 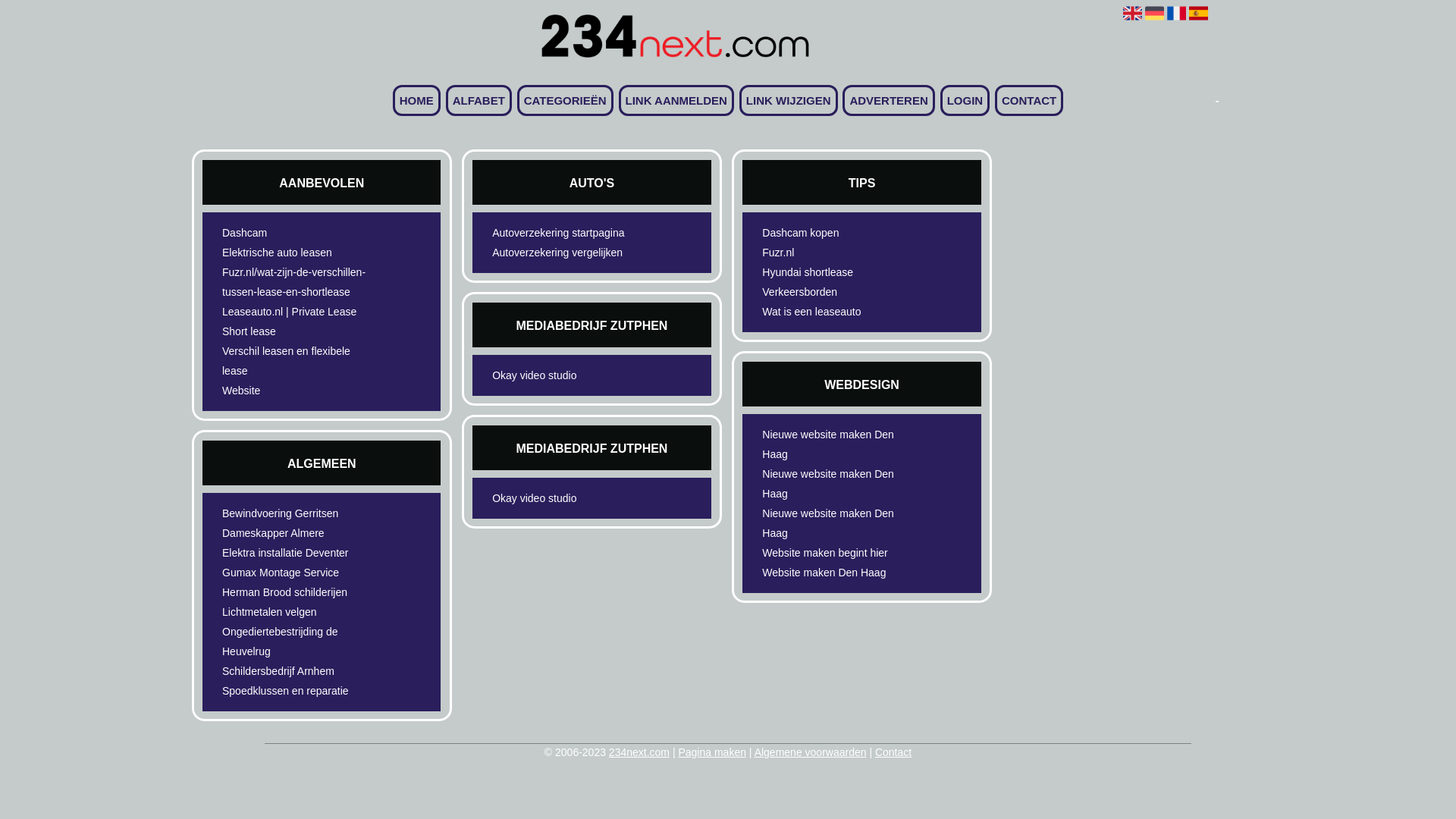 What do you see at coordinates (711, 752) in the screenshot?
I see `'Pagina maken'` at bounding box center [711, 752].